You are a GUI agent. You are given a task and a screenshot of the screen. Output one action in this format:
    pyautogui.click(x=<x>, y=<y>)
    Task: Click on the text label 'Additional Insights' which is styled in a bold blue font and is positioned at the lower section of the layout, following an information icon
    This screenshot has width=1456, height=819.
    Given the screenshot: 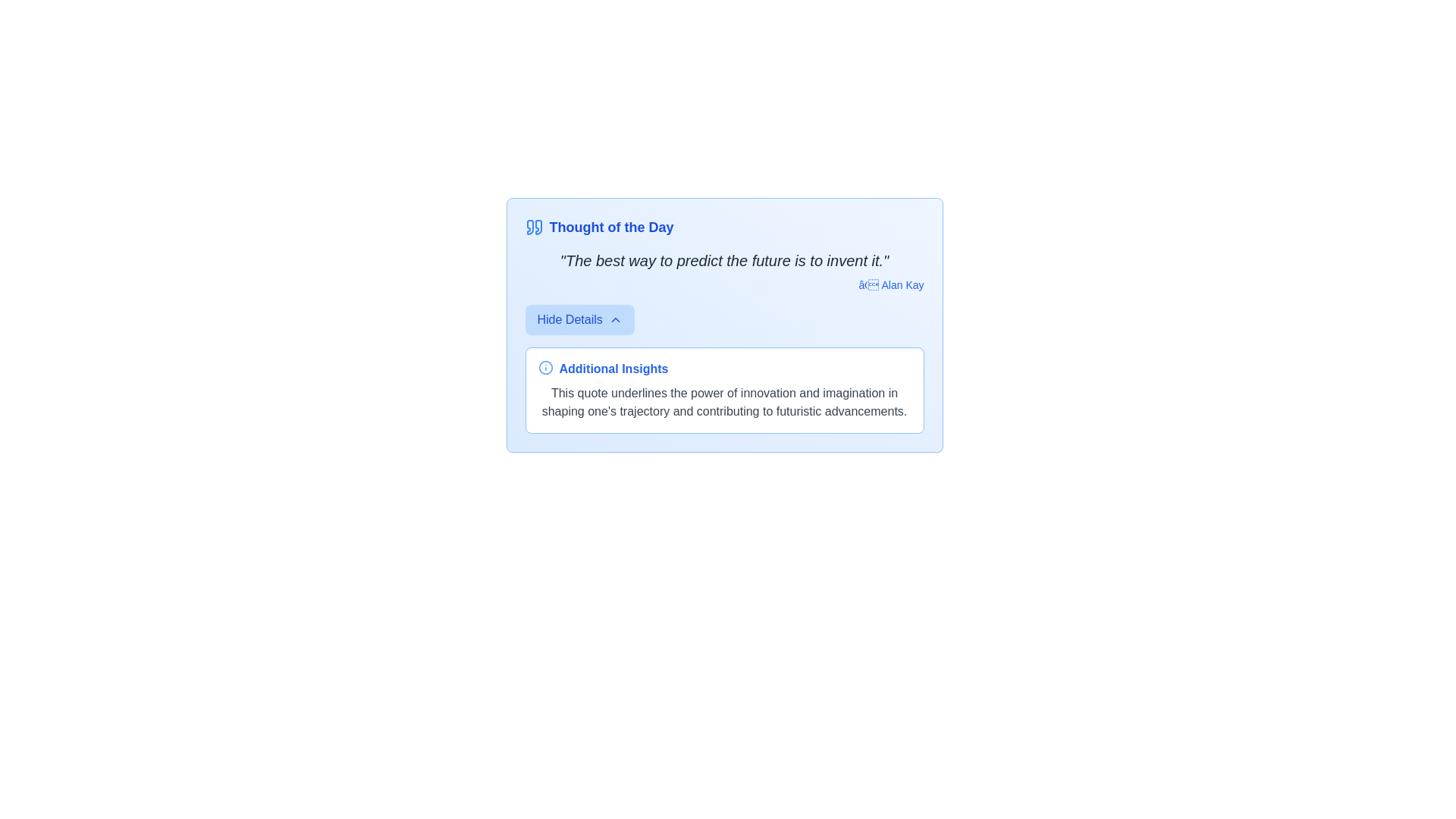 What is the action you would take?
    pyautogui.click(x=613, y=369)
    